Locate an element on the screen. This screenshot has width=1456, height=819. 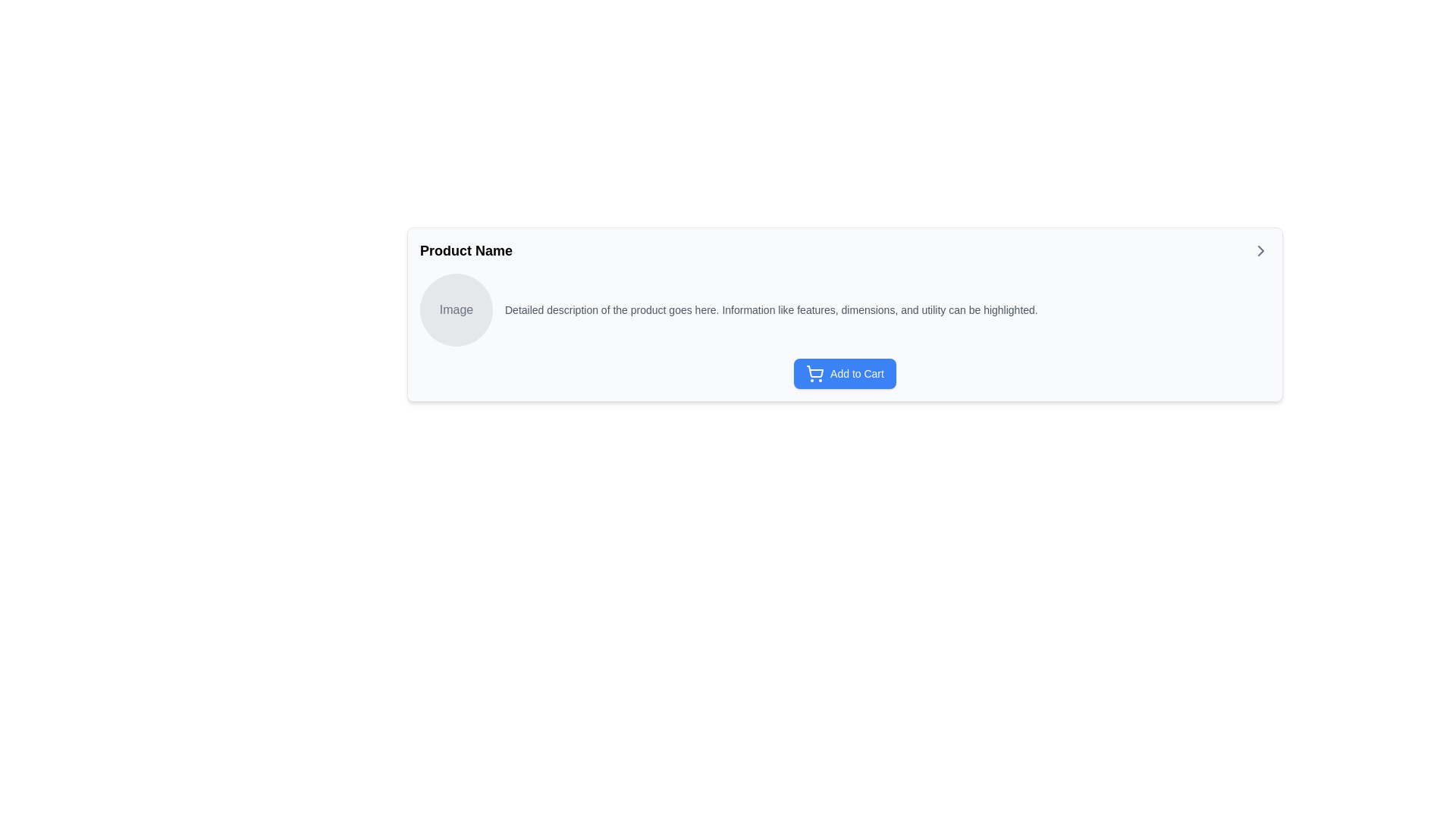
the Chevron icon located at the far right of the product header is located at coordinates (1260, 250).